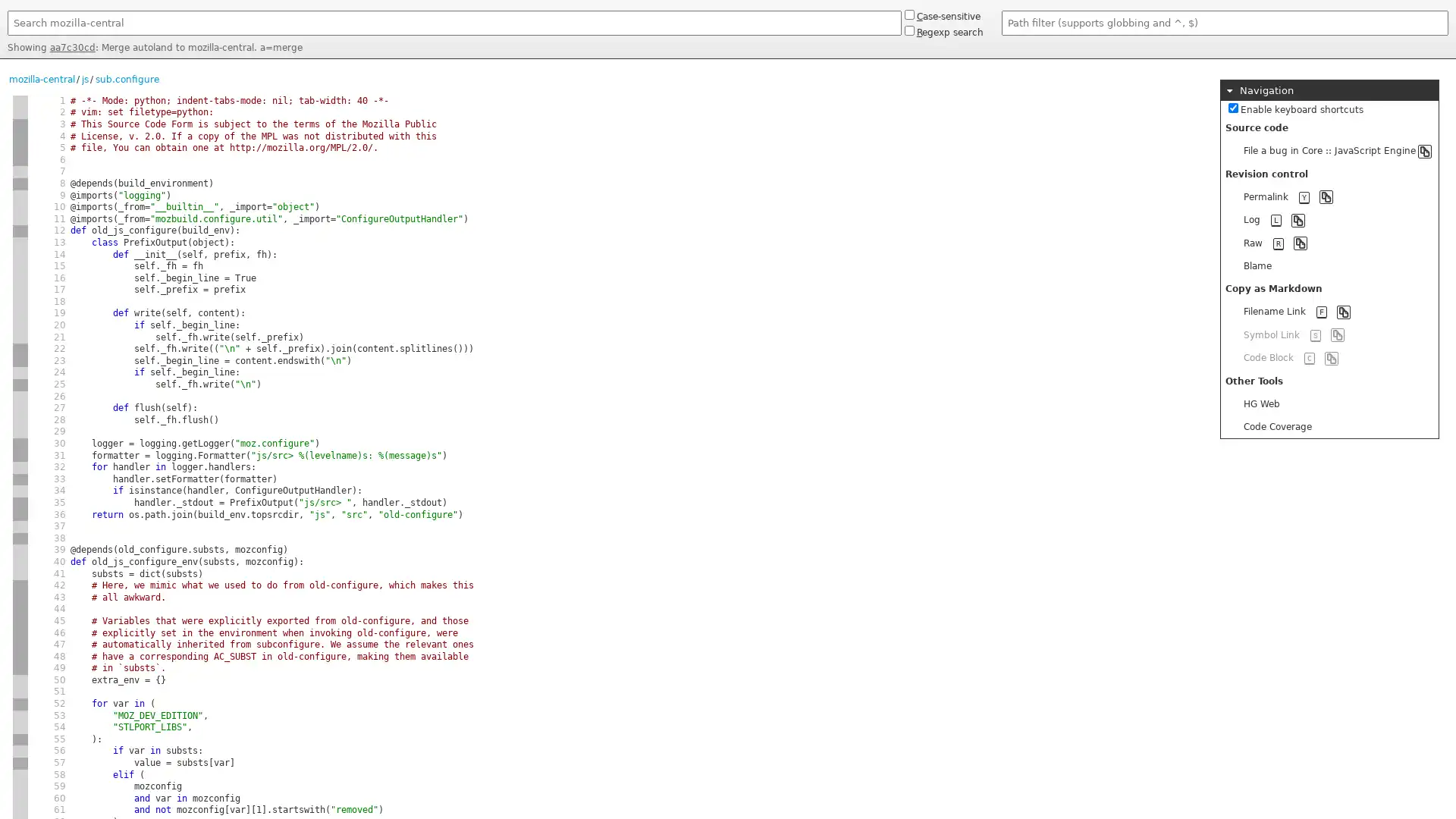 This screenshot has height=819, width=1456. I want to click on same hash 5, so click(20, 573).